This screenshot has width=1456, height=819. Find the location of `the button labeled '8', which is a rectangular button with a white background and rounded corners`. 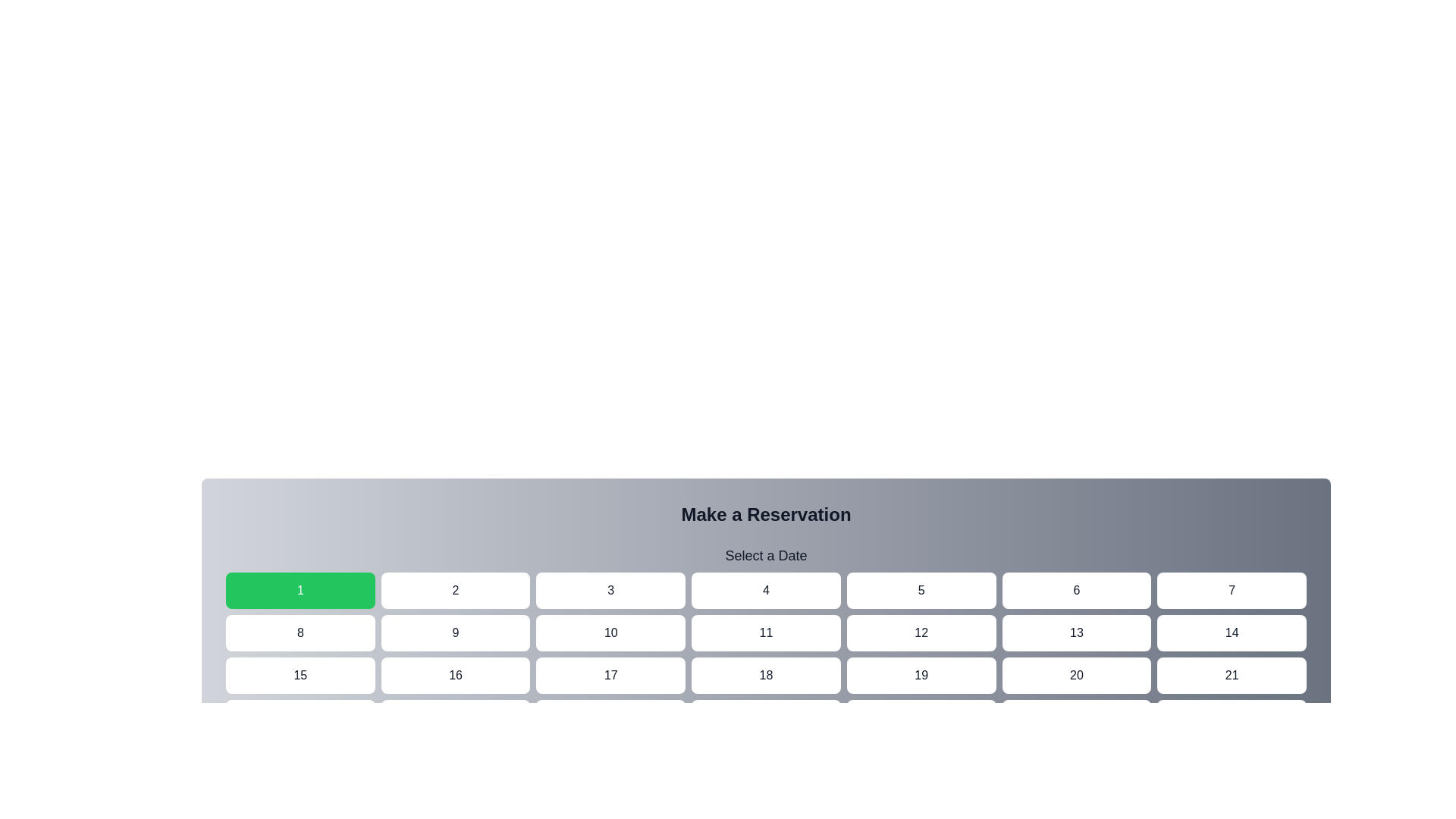

the button labeled '8', which is a rectangular button with a white background and rounded corners is located at coordinates (300, 632).